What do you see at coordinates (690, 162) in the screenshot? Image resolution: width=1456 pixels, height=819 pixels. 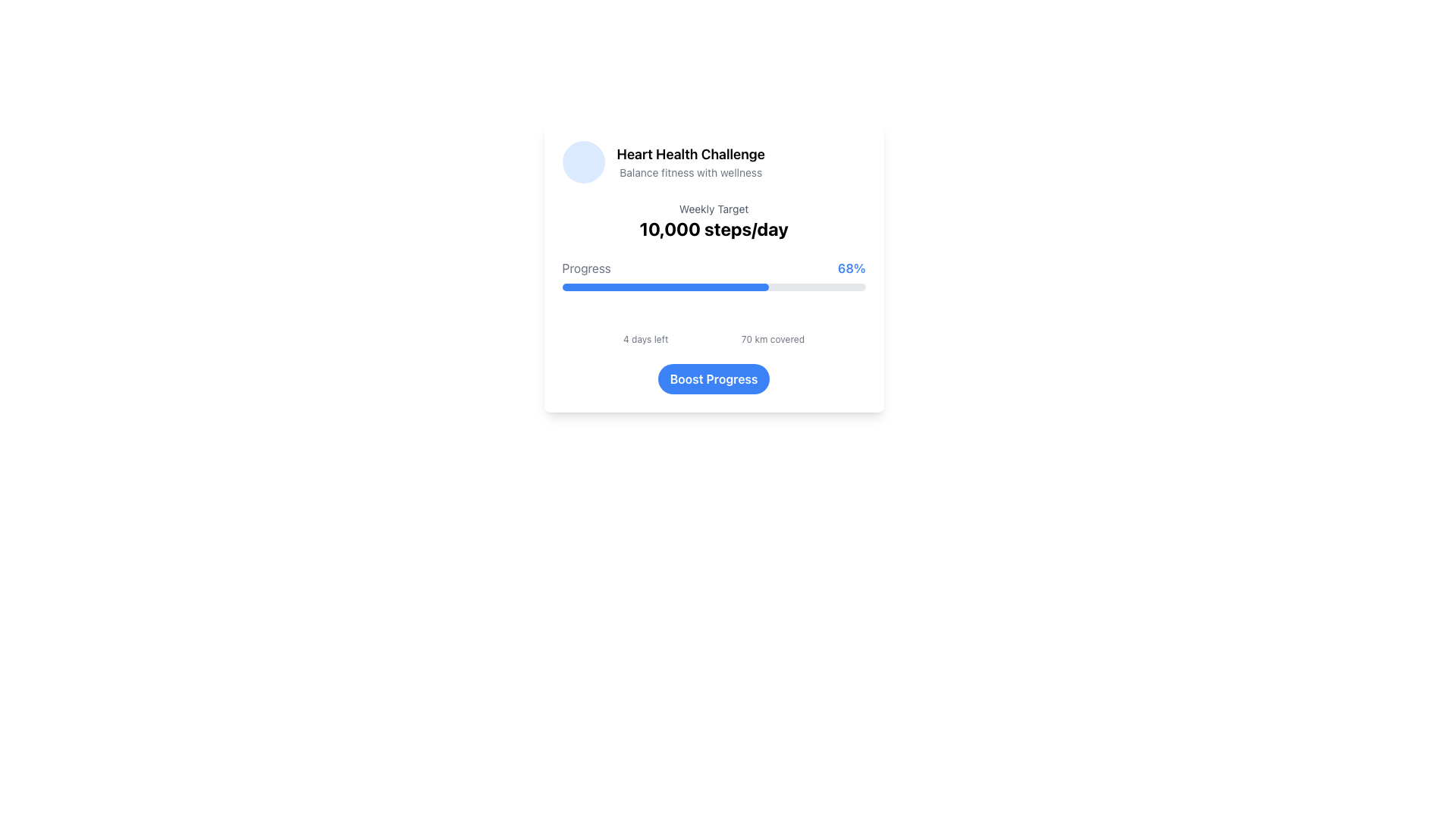 I see `the title and subtitle text element located at the upper center of the card section, which is positioned to the right of a circular blue icon and above the text 'Weekly Target 10,000 steps/day'` at bounding box center [690, 162].